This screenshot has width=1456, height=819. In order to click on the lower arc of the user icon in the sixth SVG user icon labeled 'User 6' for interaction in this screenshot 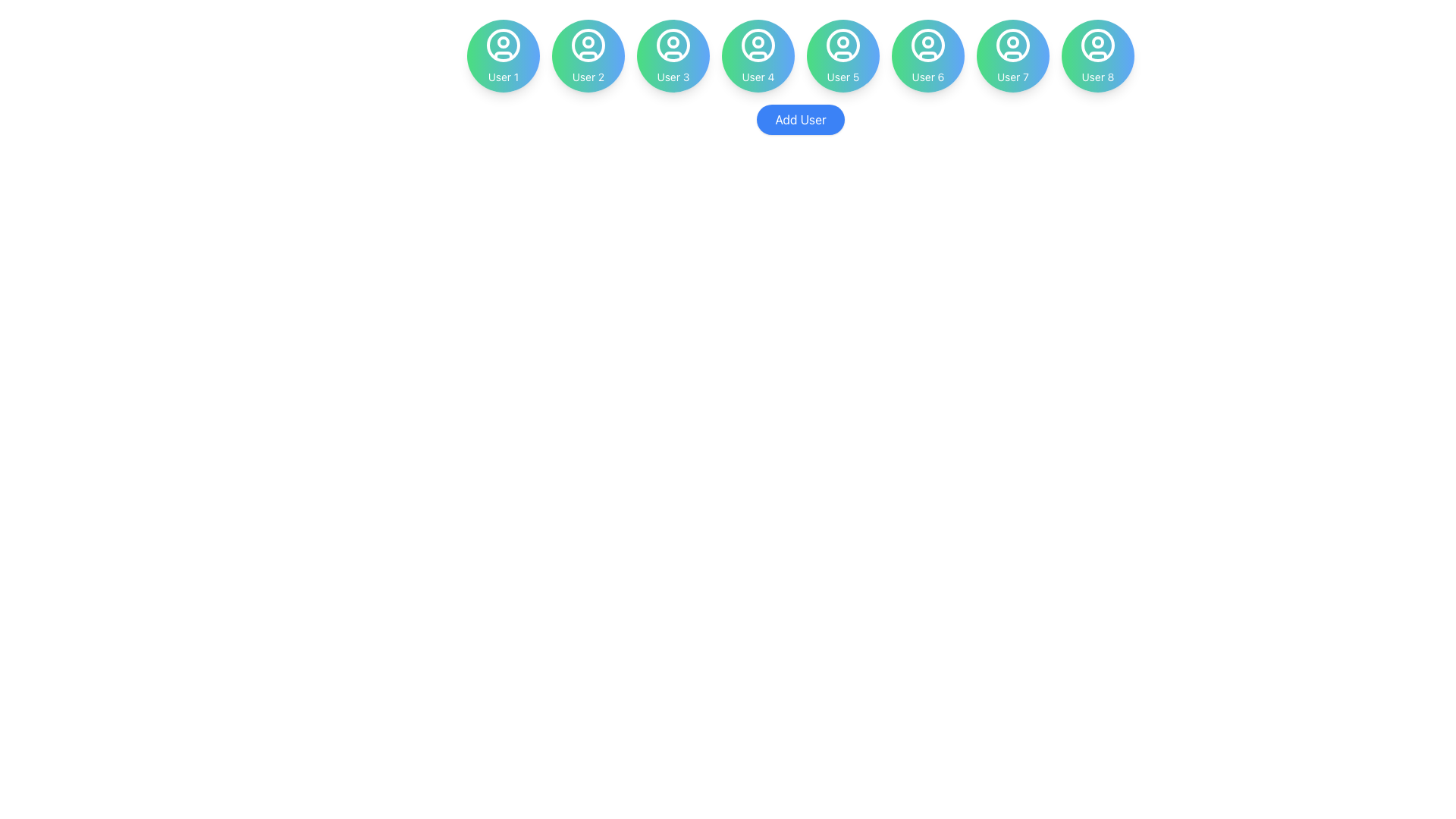, I will do `click(927, 55)`.